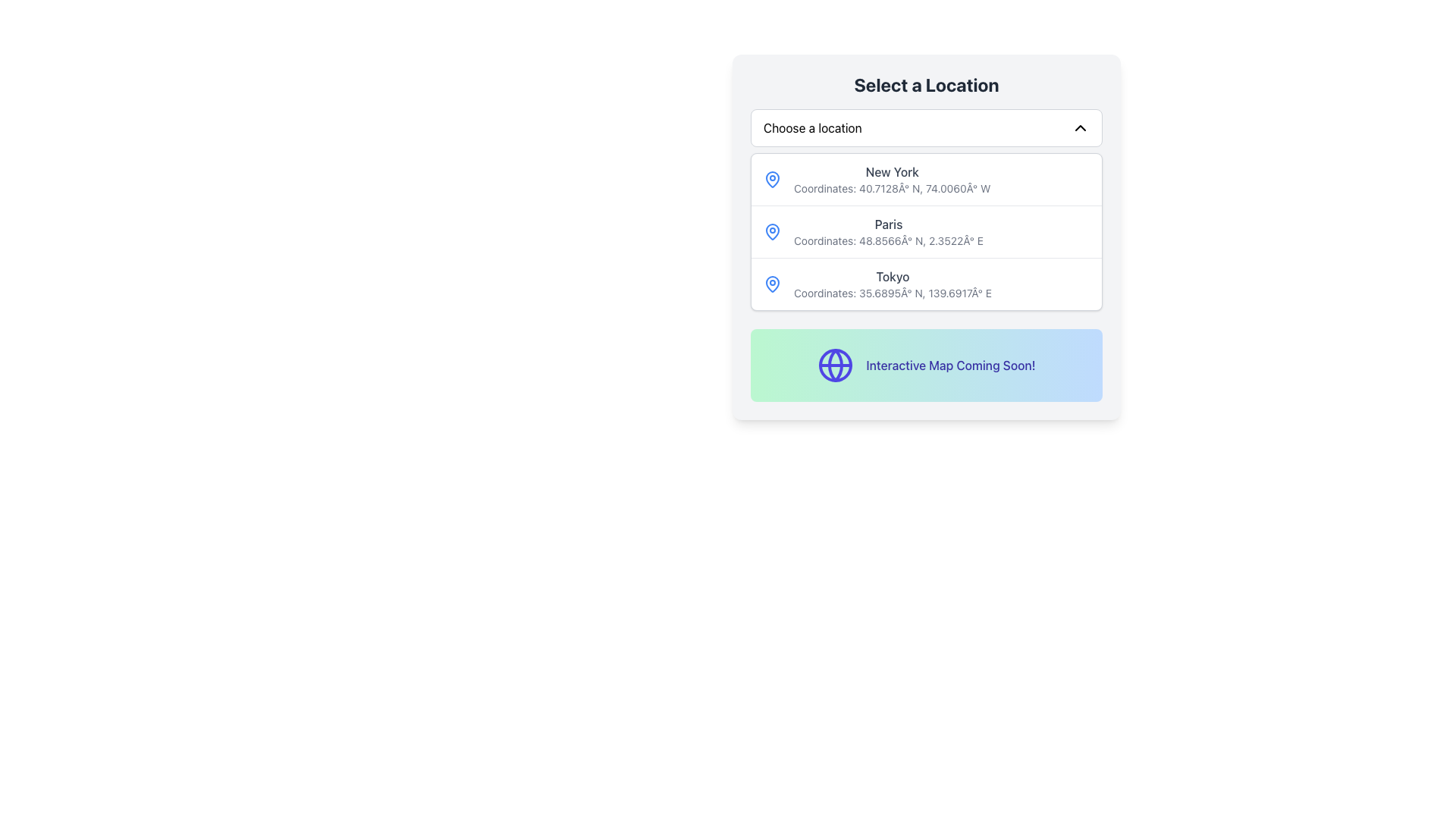 This screenshot has width=1456, height=819. What do you see at coordinates (926, 284) in the screenshot?
I see `location details from the third list item in the location selector, which shows 'Tokyo' and its coordinates` at bounding box center [926, 284].